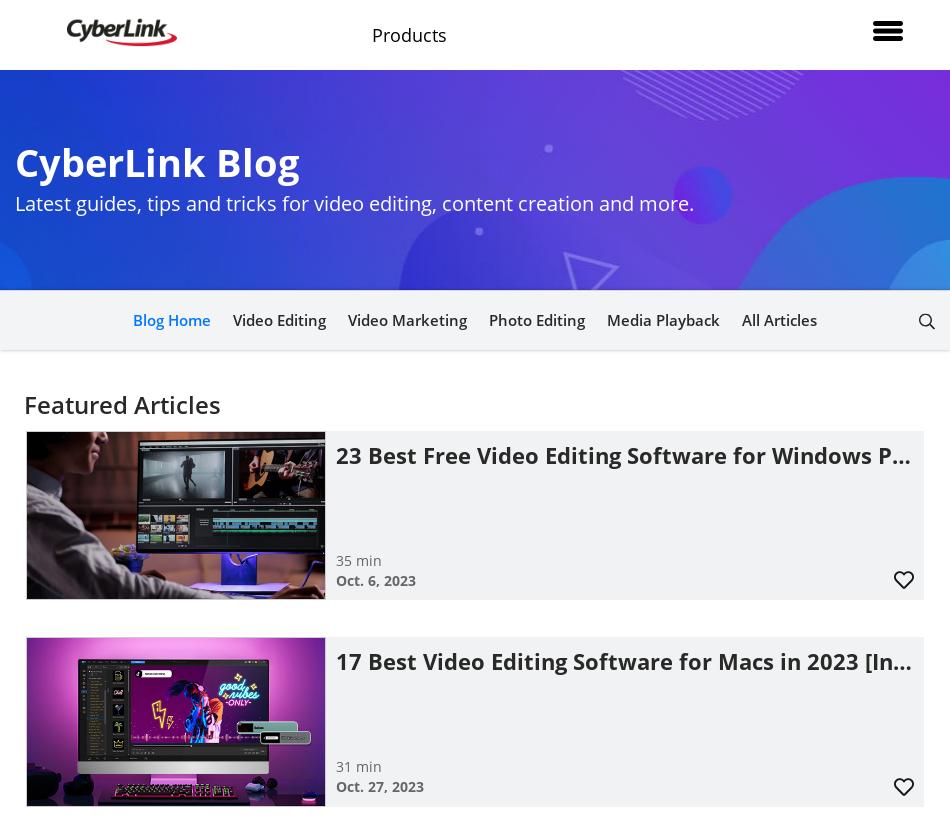 Image resolution: width=950 pixels, height=820 pixels. What do you see at coordinates (358, 559) in the screenshot?
I see `'35 min'` at bounding box center [358, 559].